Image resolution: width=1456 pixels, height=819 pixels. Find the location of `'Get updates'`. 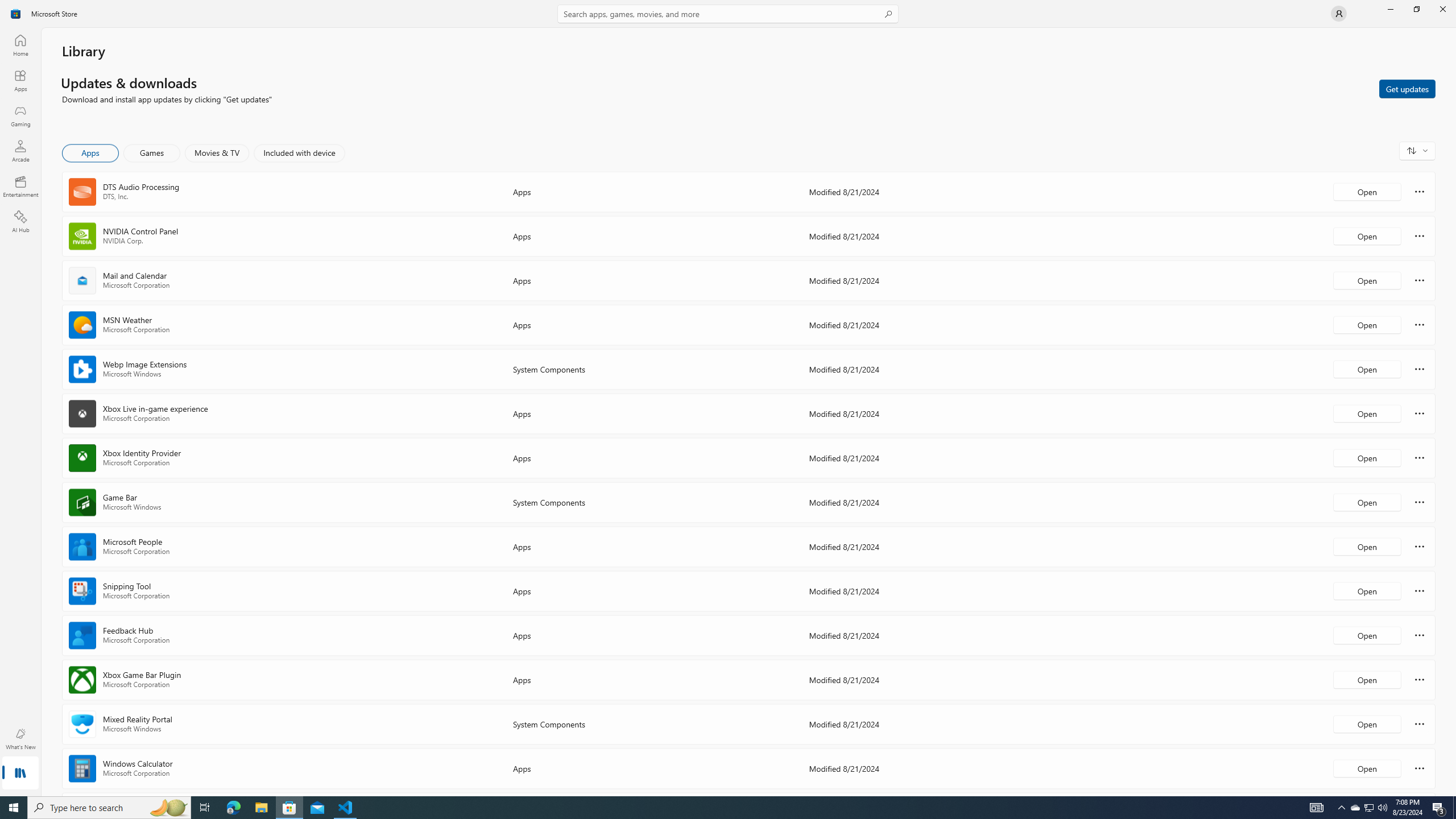

'Get updates' is located at coordinates (1407, 88).